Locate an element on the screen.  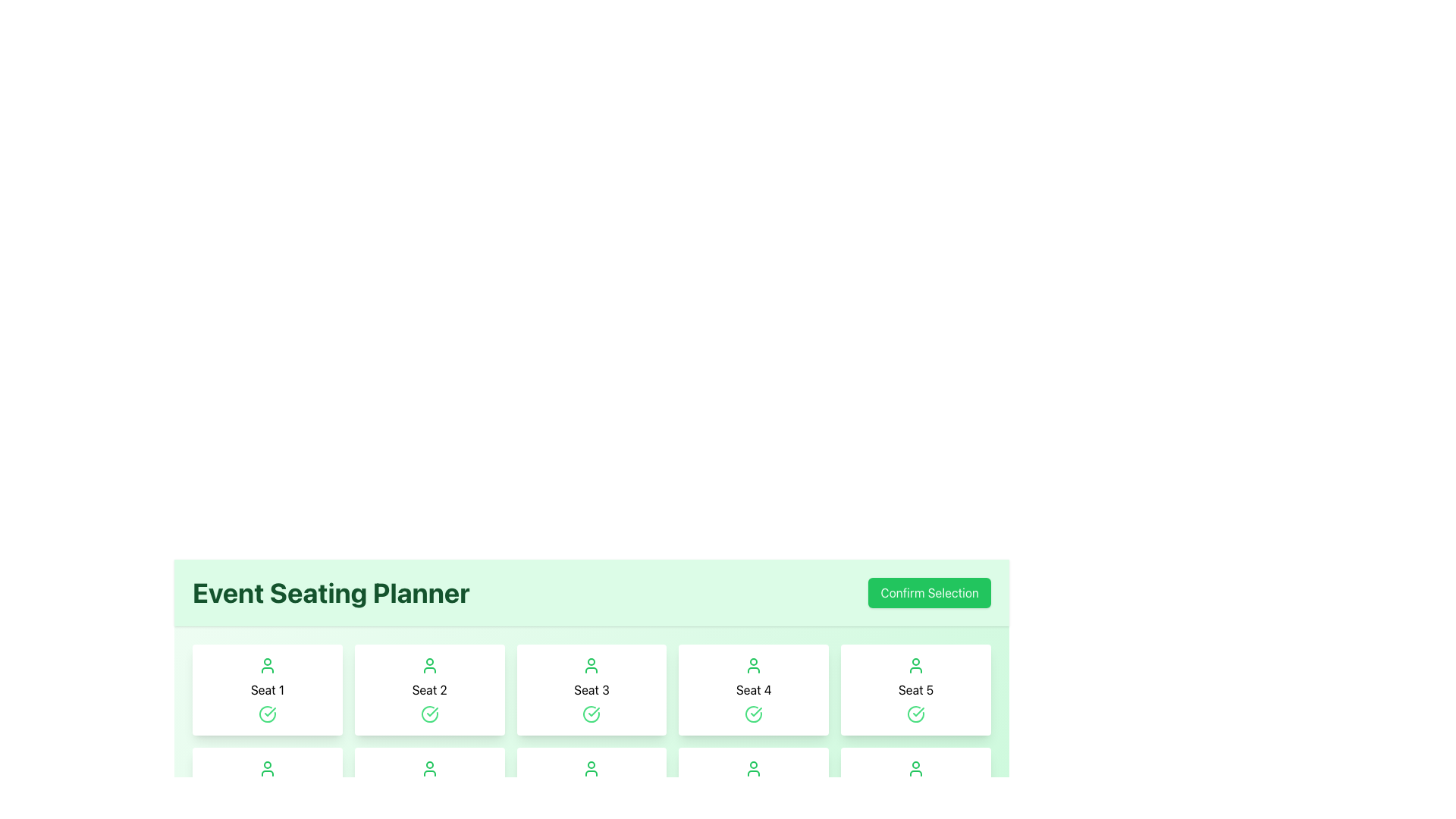
the user silhouette icon with a green outline located above the text 'Seat 6' is located at coordinates (267, 769).